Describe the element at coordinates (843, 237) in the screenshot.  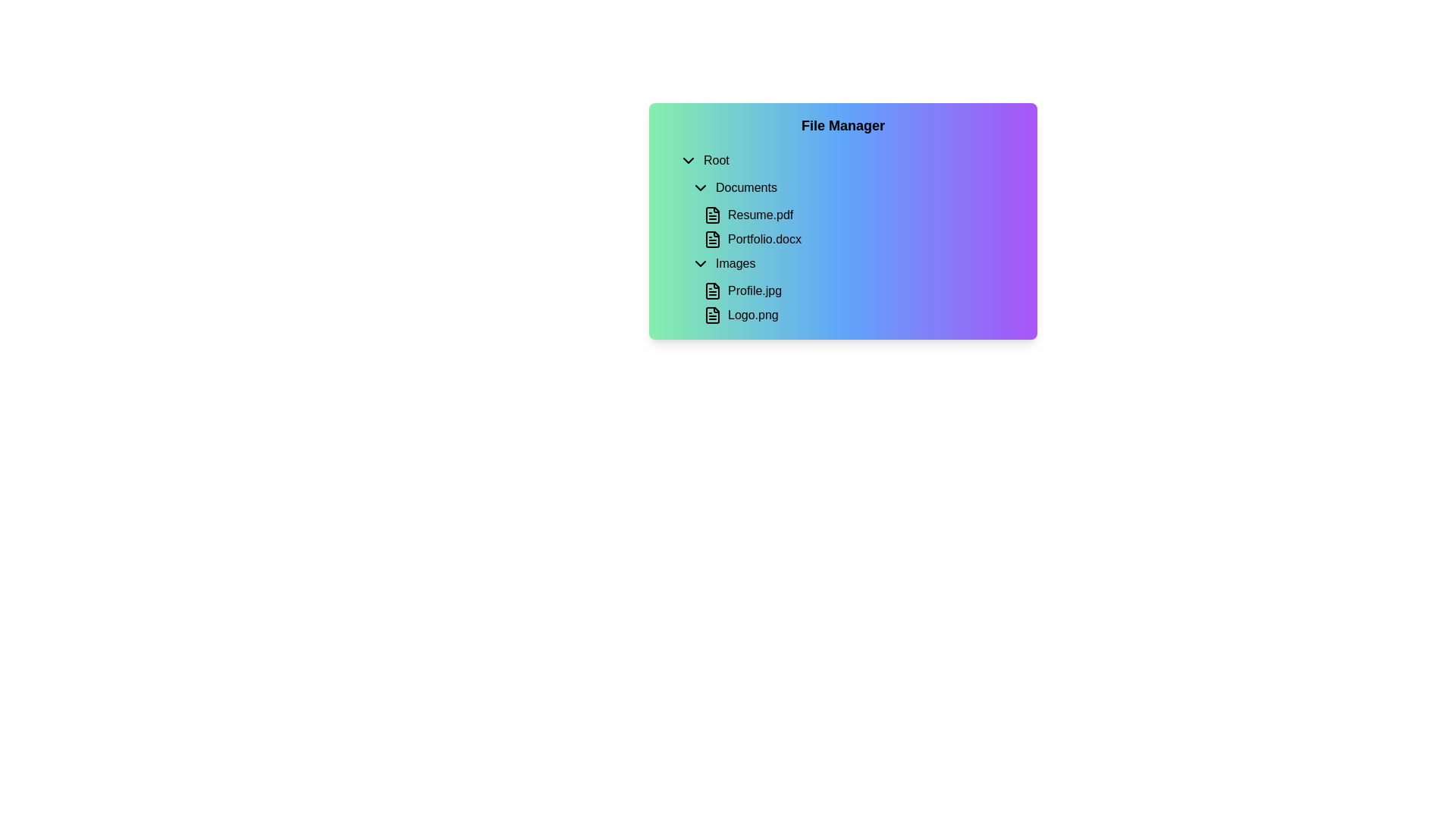
I see `individual file entries in the List of file items within the 'File Manager' card` at that location.